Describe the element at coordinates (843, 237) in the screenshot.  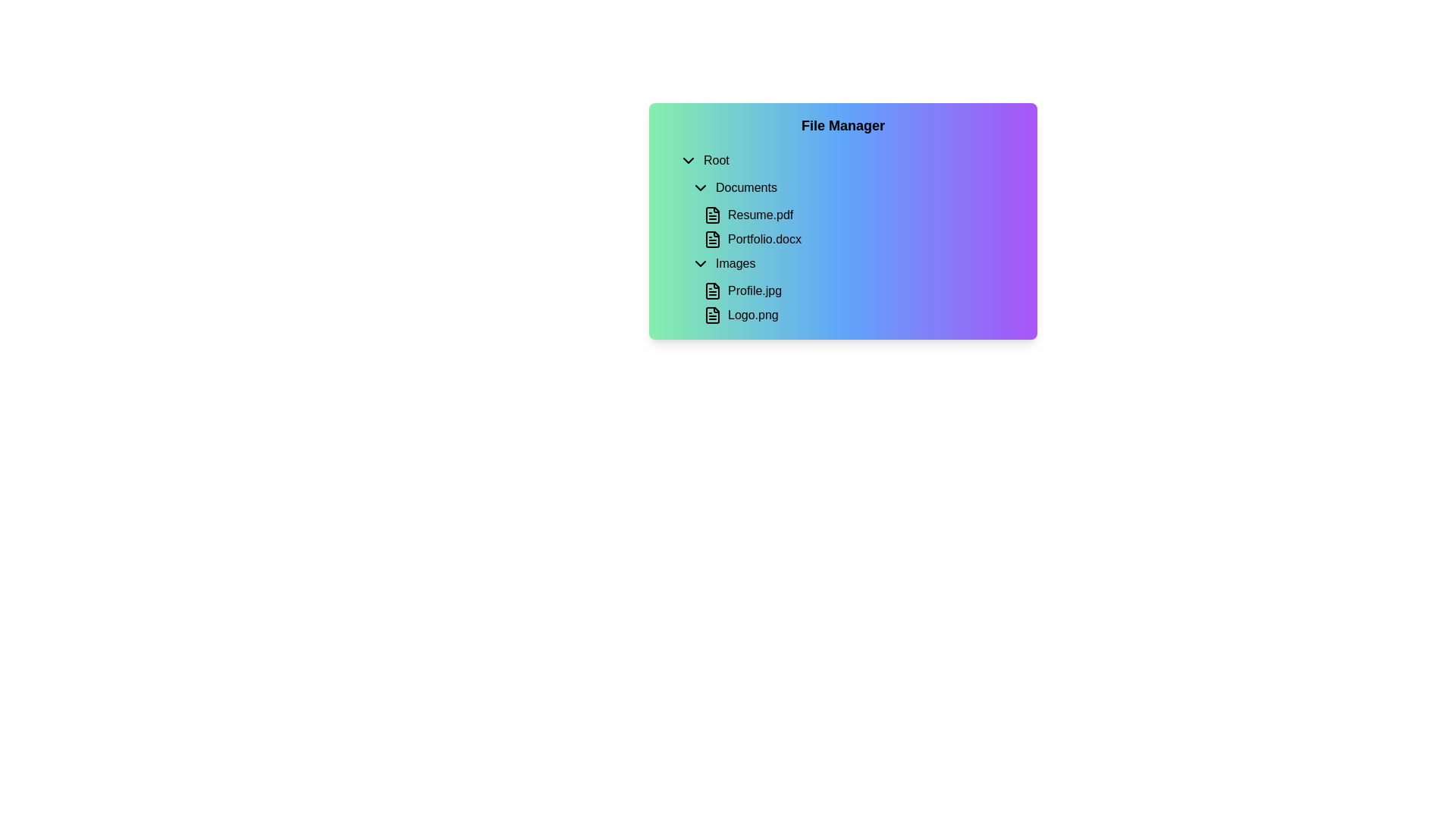
I see `individual file entries in the List of file items within the 'File Manager' card` at that location.